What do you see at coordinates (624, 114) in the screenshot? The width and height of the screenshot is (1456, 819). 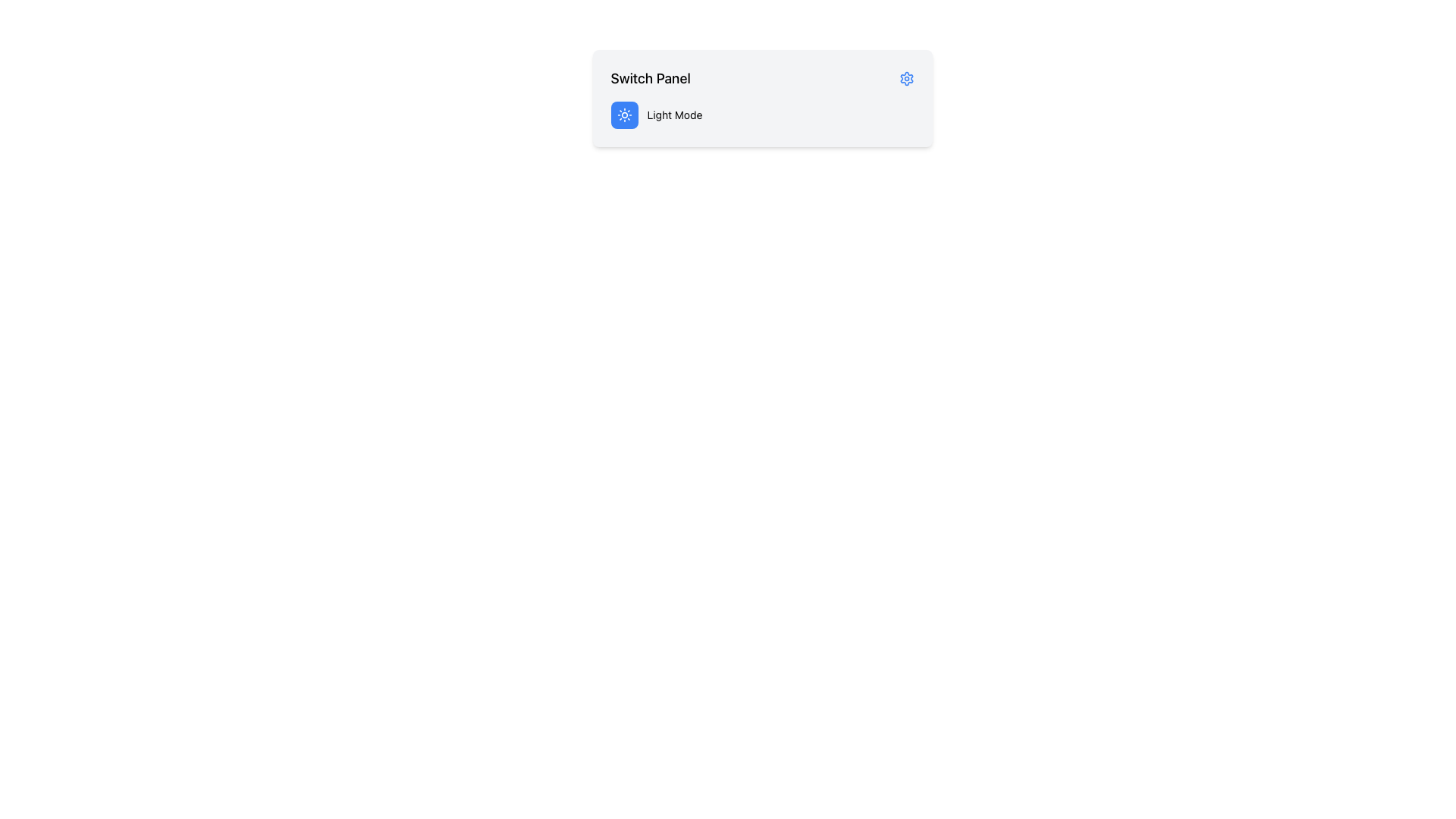 I see `the blue square button with rounded corners containing a sun icon` at bounding box center [624, 114].